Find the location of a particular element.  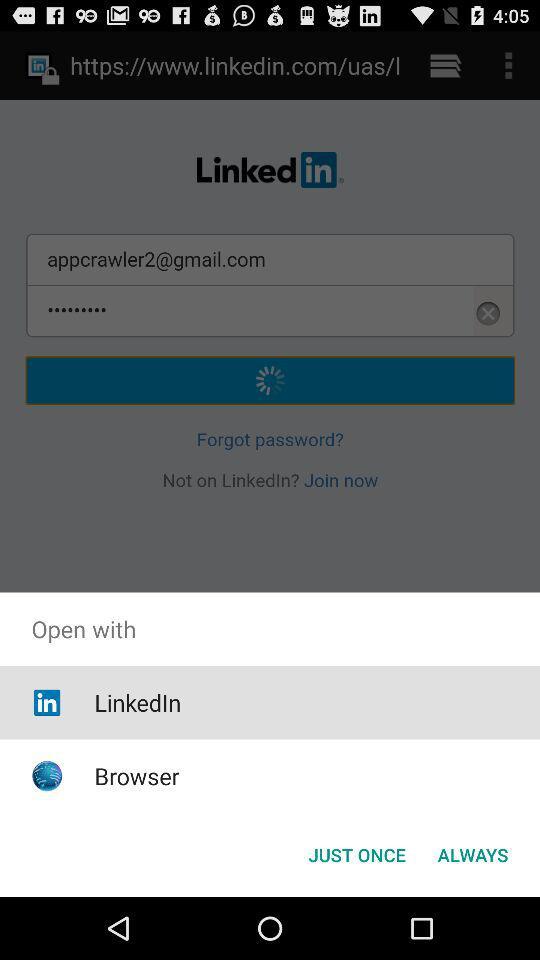

the item below the open with is located at coordinates (136, 702).